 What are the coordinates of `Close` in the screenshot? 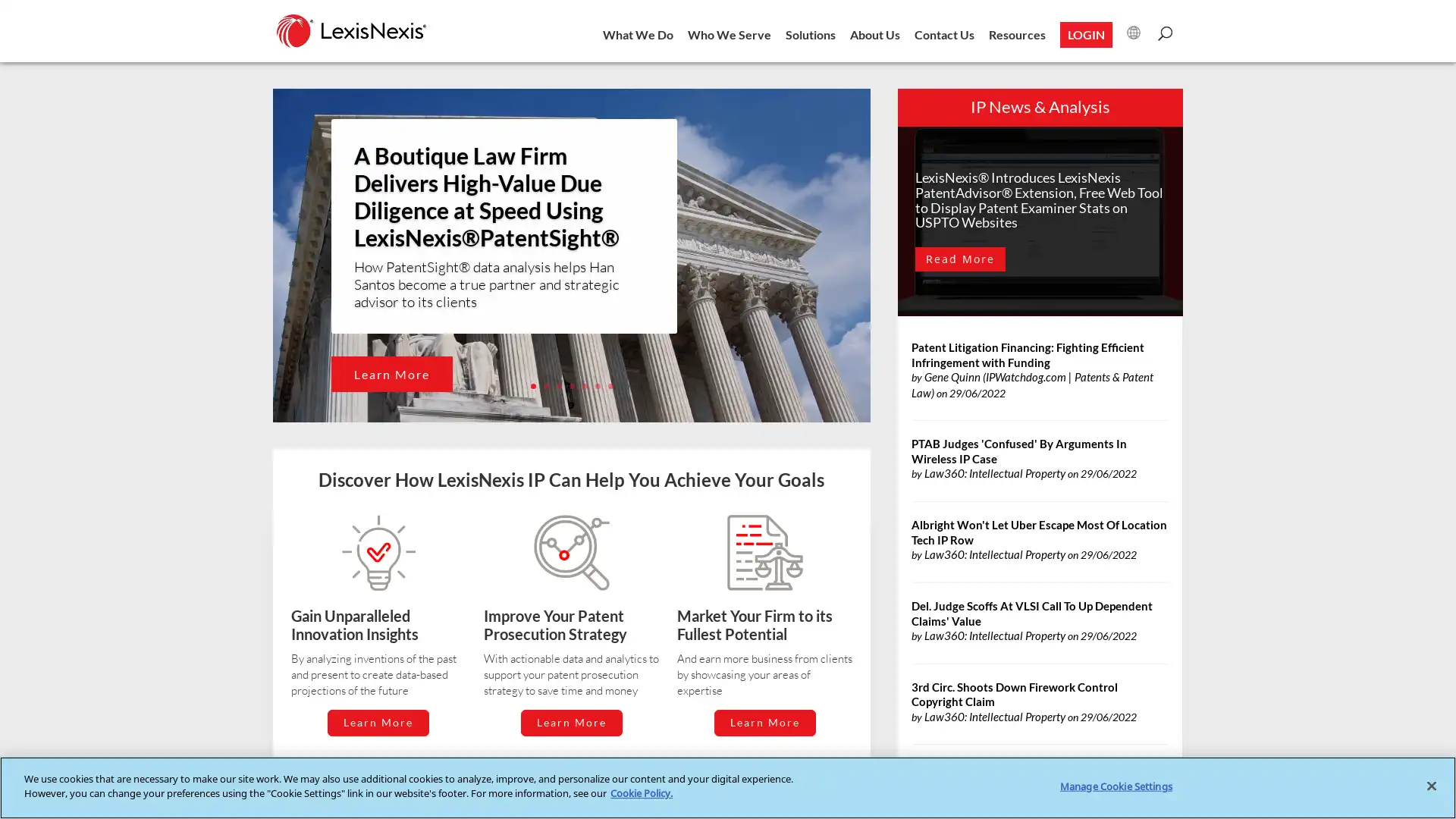 It's located at (1430, 785).